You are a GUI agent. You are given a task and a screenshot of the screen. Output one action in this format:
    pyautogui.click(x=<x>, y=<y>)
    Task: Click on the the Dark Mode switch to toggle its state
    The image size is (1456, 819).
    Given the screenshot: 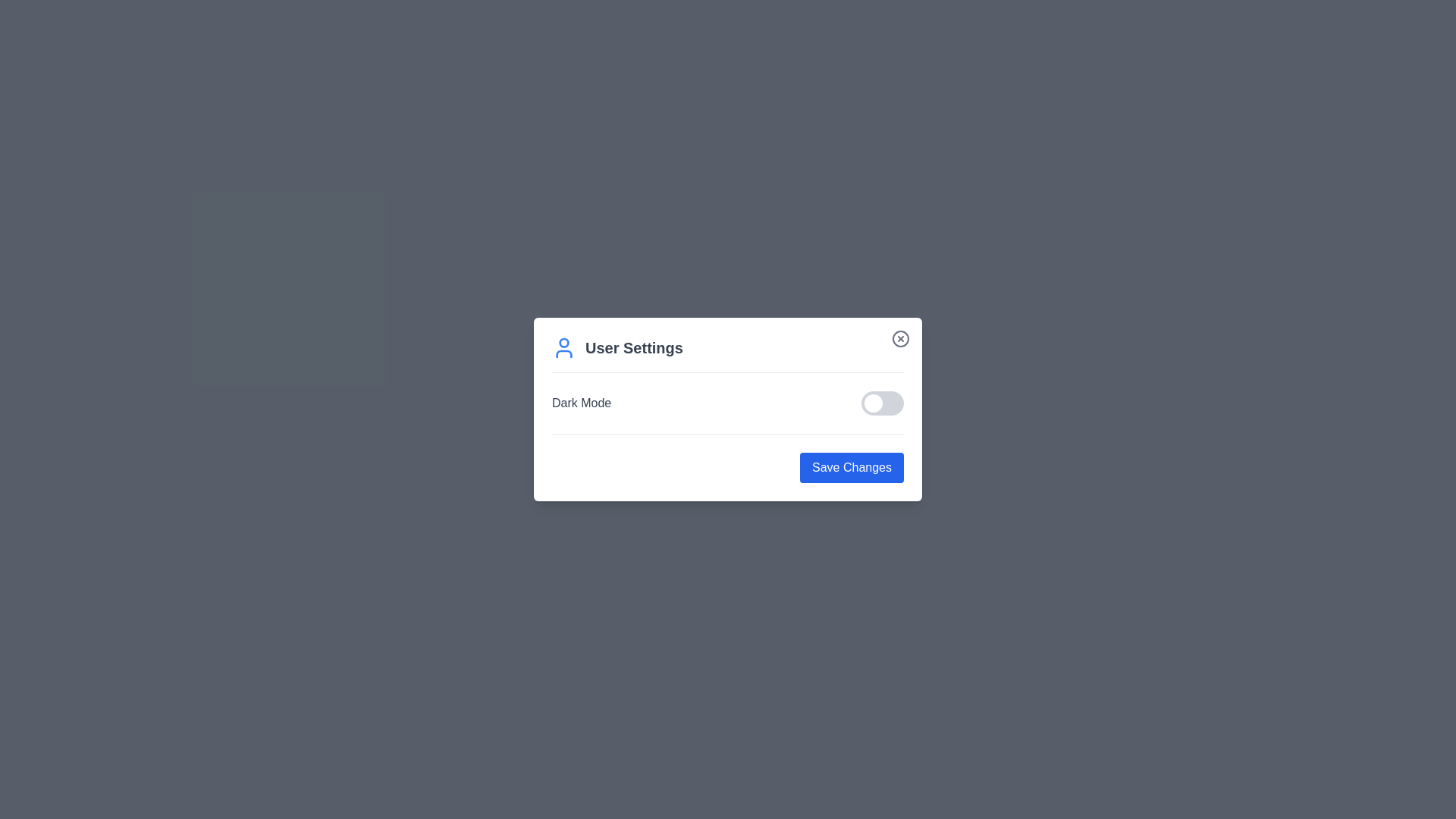 What is the action you would take?
    pyautogui.click(x=882, y=403)
    